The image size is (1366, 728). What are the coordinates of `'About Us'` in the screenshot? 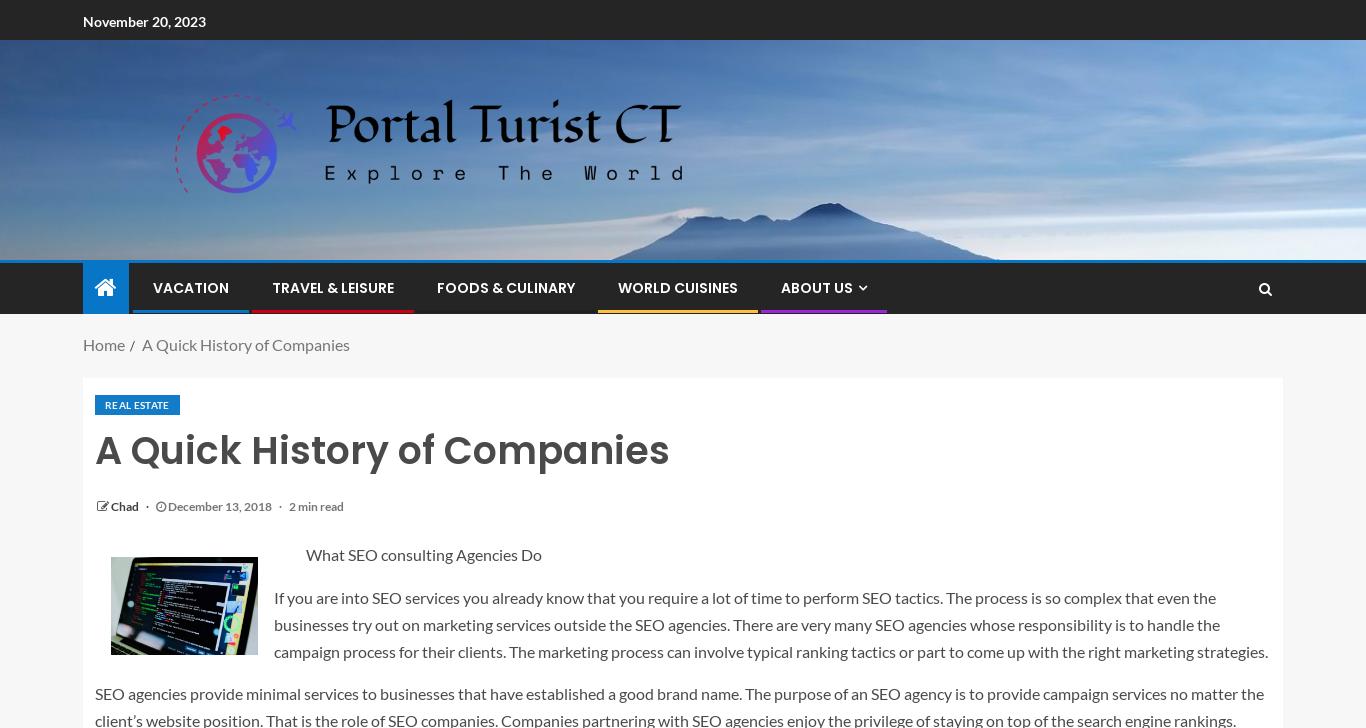 It's located at (780, 287).